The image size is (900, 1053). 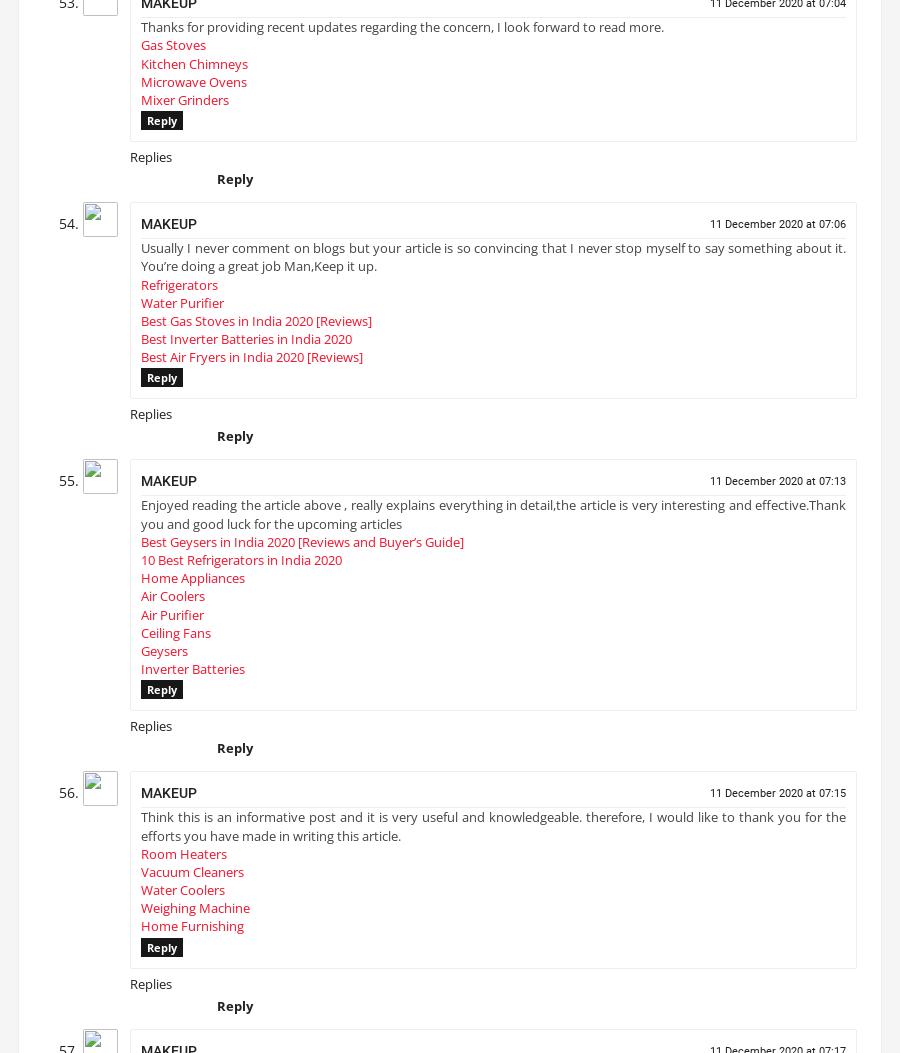 I want to click on 'Usually I never comment on blogs but your article is so convincing that I never stop myself to say something about it. You’re doing a great job Man,Keep it up.', so click(x=492, y=264).